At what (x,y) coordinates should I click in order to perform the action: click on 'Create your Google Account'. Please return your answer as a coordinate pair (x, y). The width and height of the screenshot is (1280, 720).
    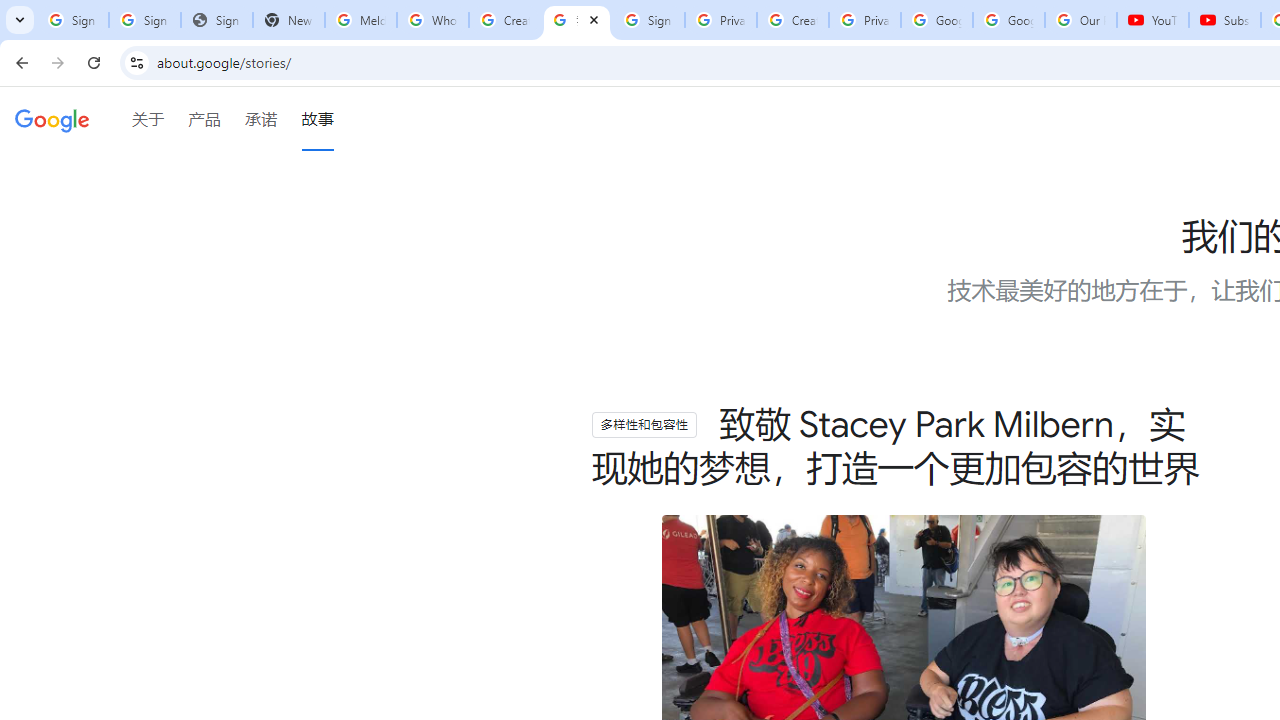
    Looking at the image, I should click on (791, 20).